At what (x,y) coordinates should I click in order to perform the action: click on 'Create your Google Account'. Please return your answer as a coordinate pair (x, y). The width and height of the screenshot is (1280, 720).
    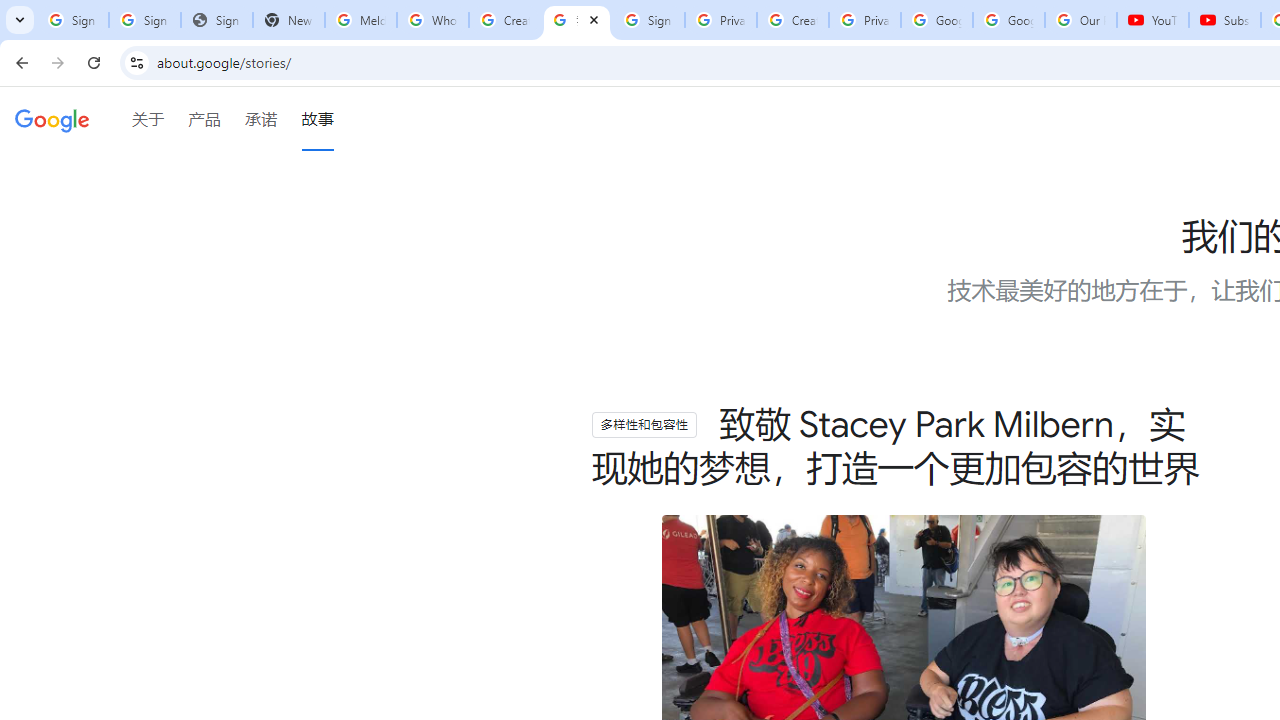
    Looking at the image, I should click on (791, 20).